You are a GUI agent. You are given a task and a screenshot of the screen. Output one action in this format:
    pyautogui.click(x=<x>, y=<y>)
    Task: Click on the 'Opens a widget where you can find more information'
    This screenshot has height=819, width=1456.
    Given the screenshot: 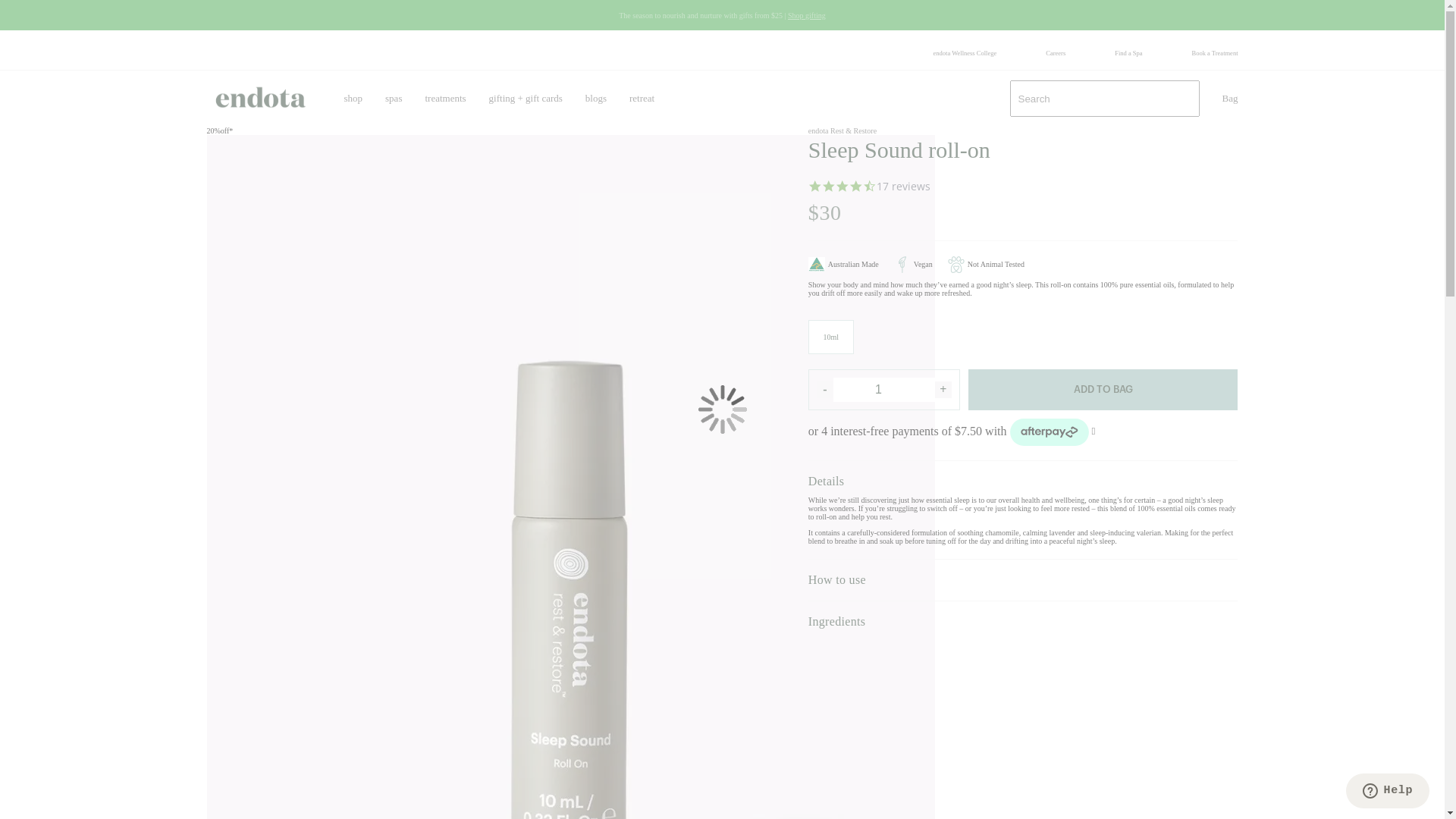 What is the action you would take?
    pyautogui.click(x=1387, y=792)
    